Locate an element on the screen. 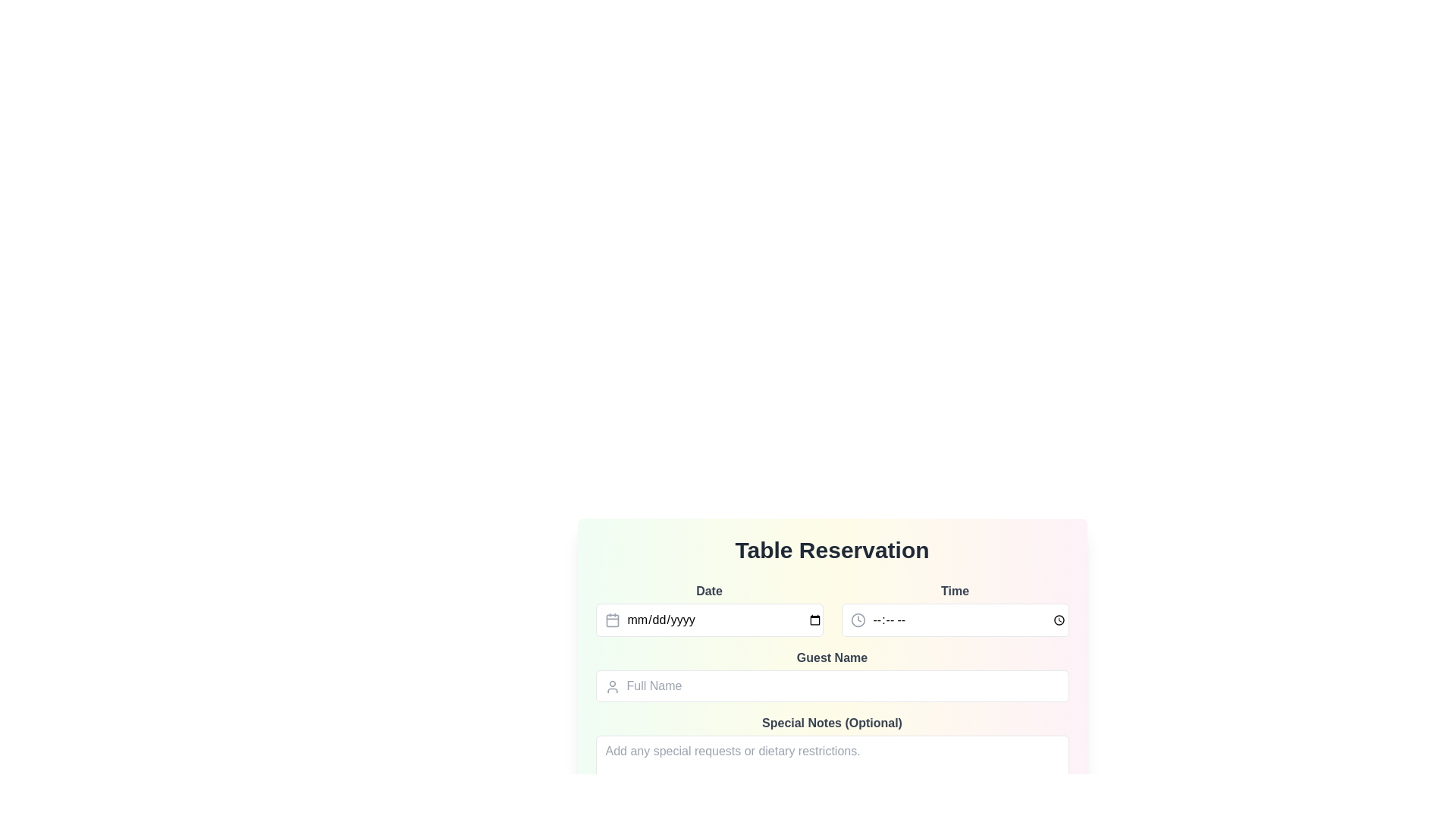 The height and width of the screenshot is (819, 1456). the icons associated with the Time entry field in the upper-right corner of the 'Table Reservation' form is located at coordinates (954, 608).